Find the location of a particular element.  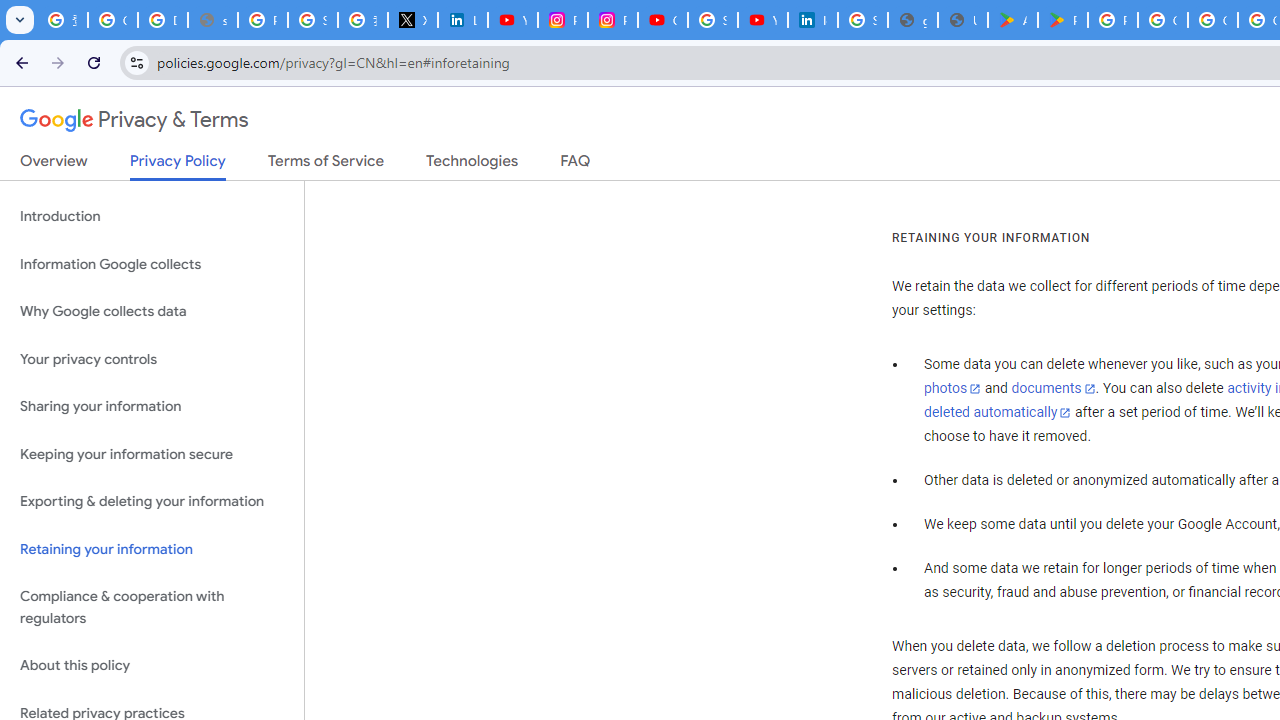

'photos' is located at coordinates (951, 389).